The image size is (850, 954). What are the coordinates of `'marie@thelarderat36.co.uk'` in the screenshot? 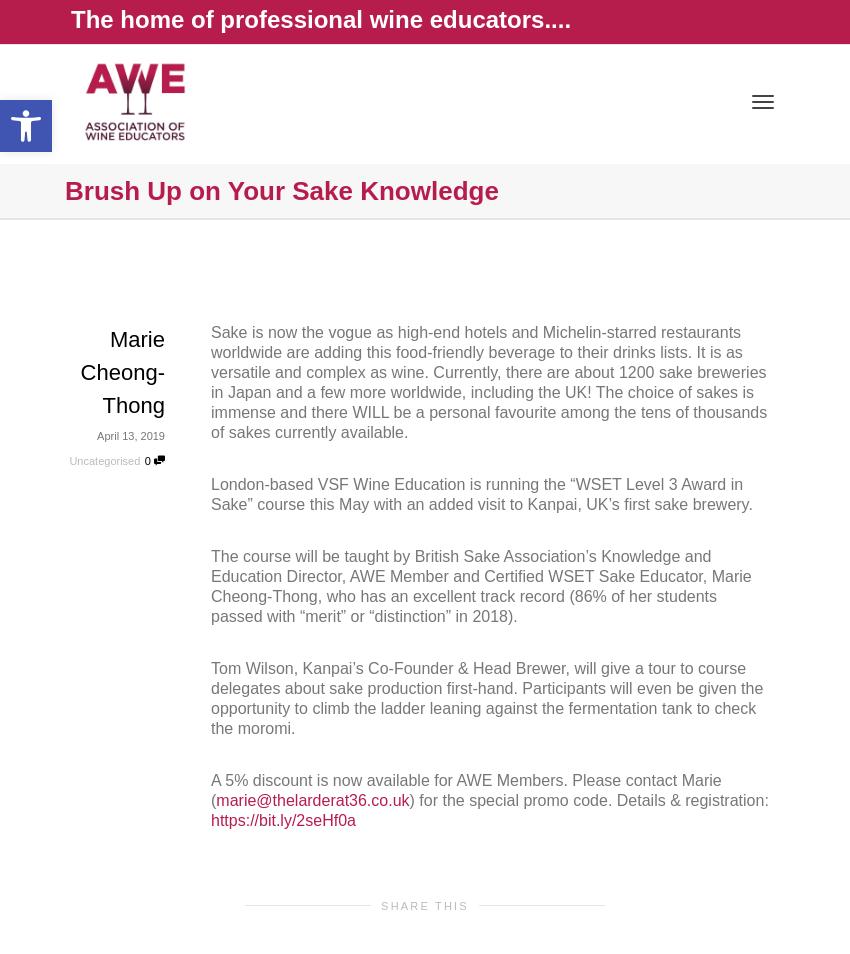 It's located at (312, 800).